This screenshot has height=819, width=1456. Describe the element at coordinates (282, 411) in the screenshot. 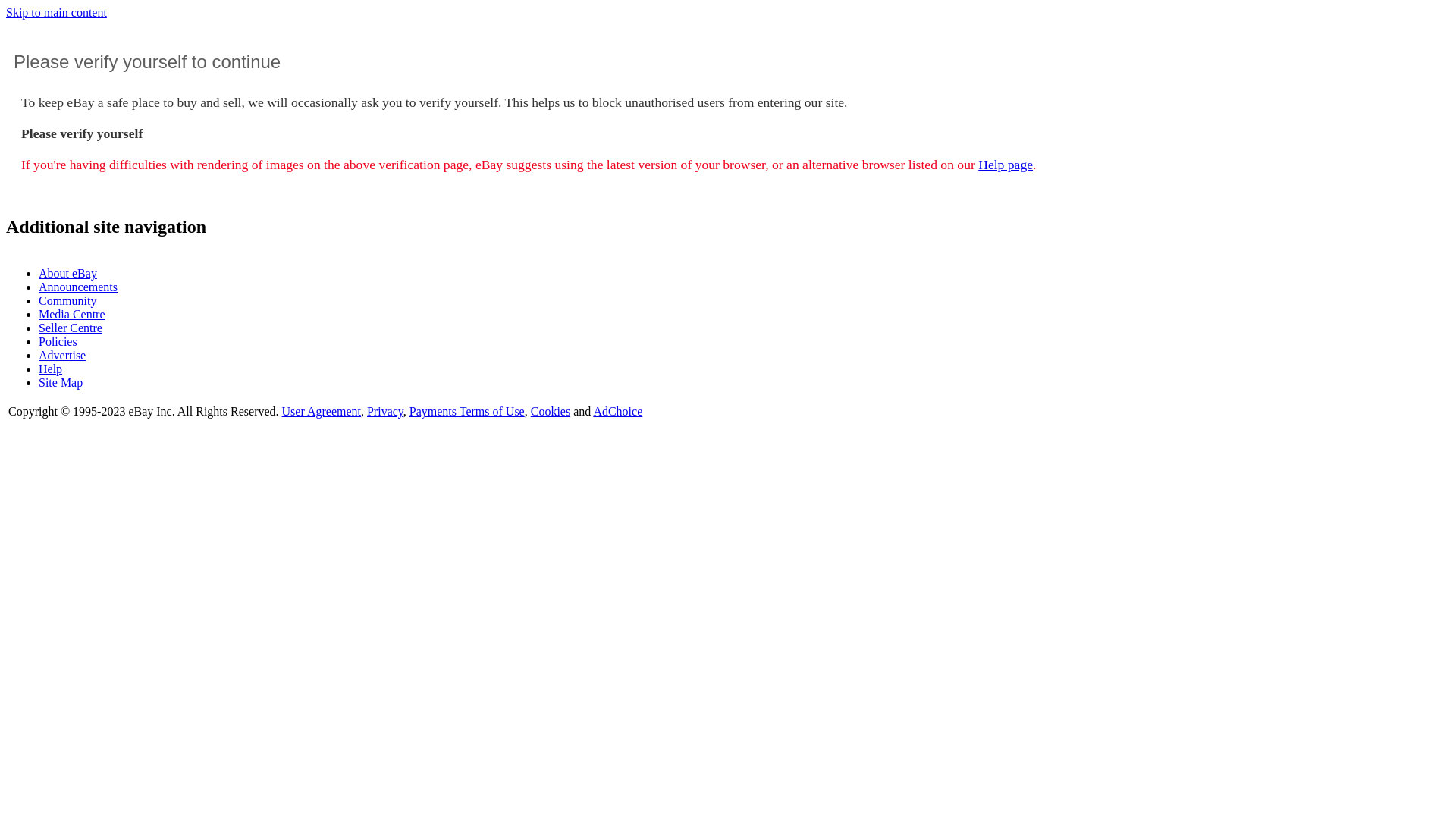

I see `'User Agreement'` at that location.